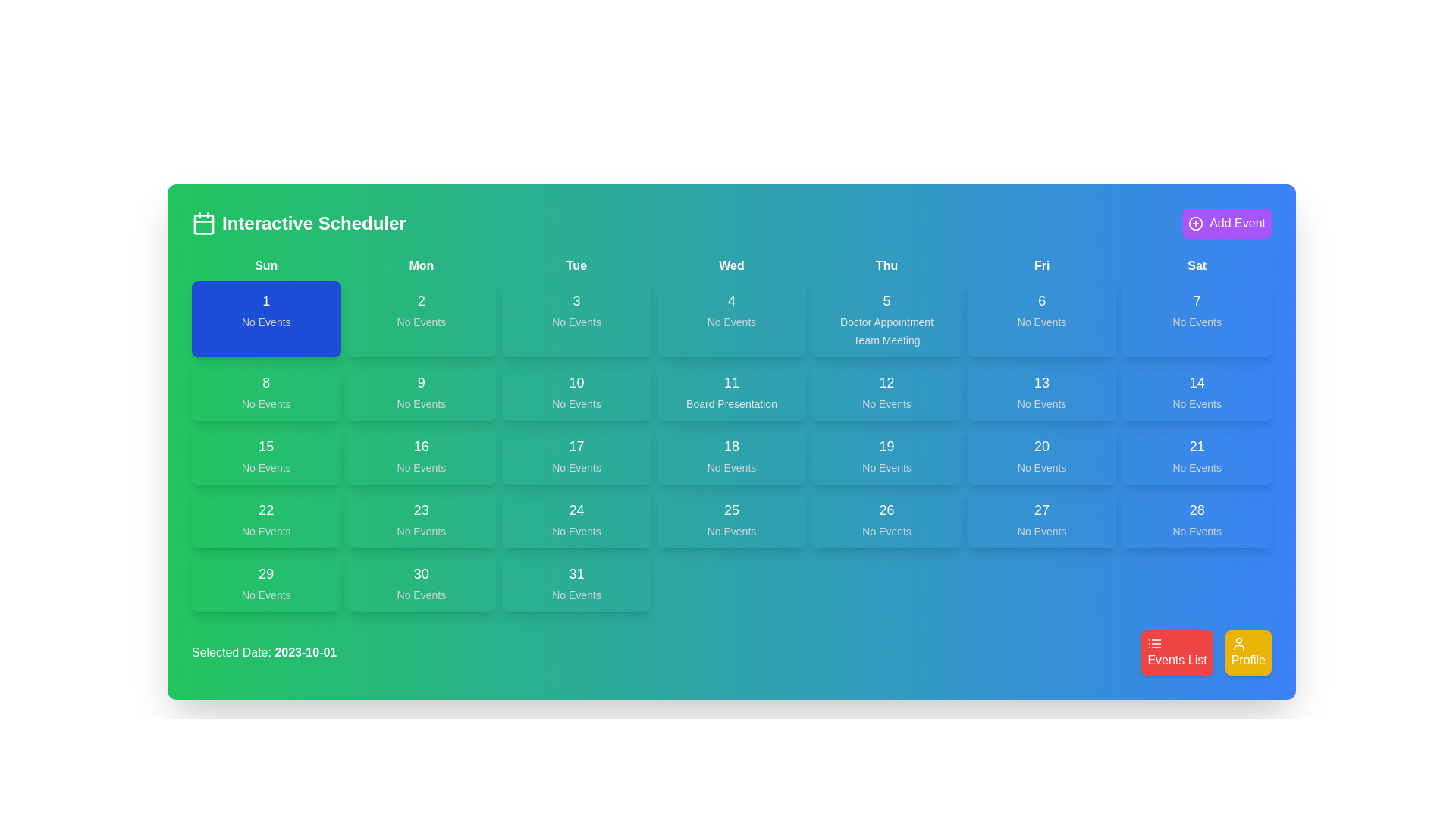  What do you see at coordinates (421, 510) in the screenshot?
I see `the numerical label '23' displayed in bold, large font color white against a green background in the calendar interface` at bounding box center [421, 510].